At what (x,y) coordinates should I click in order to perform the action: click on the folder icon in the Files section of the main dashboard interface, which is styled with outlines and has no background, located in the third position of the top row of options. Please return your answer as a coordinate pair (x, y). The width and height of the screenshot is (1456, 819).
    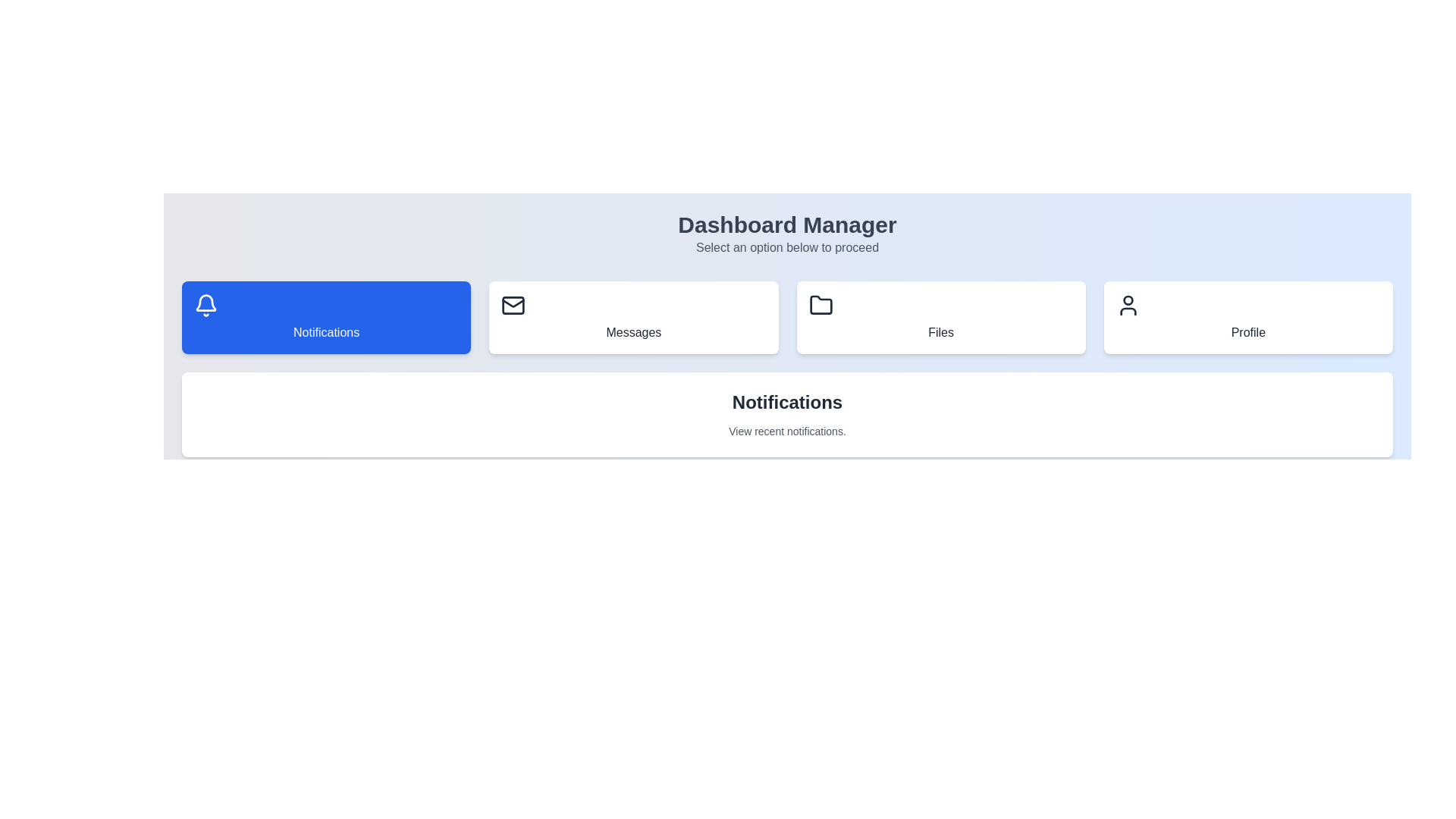
    Looking at the image, I should click on (820, 305).